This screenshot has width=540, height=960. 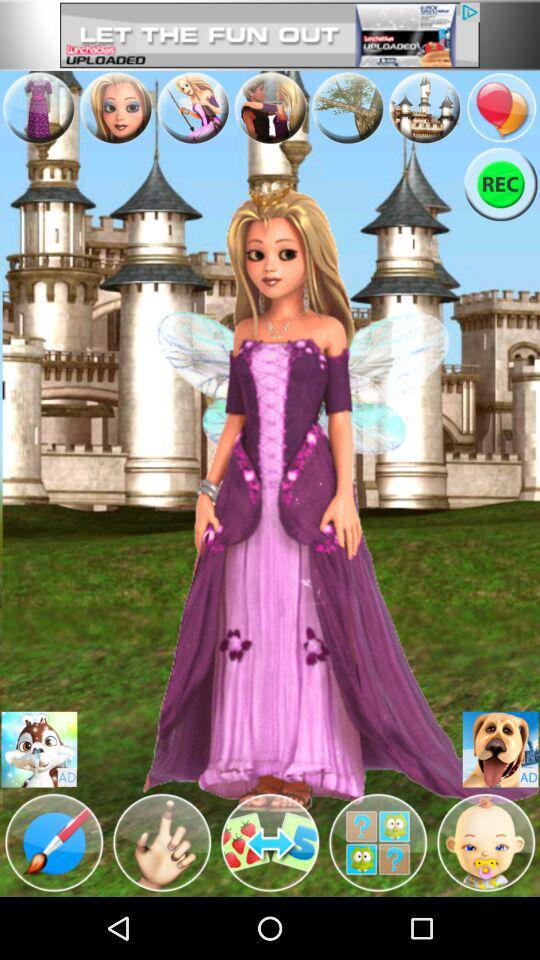 What do you see at coordinates (39, 748) in the screenshot?
I see `image` at bounding box center [39, 748].